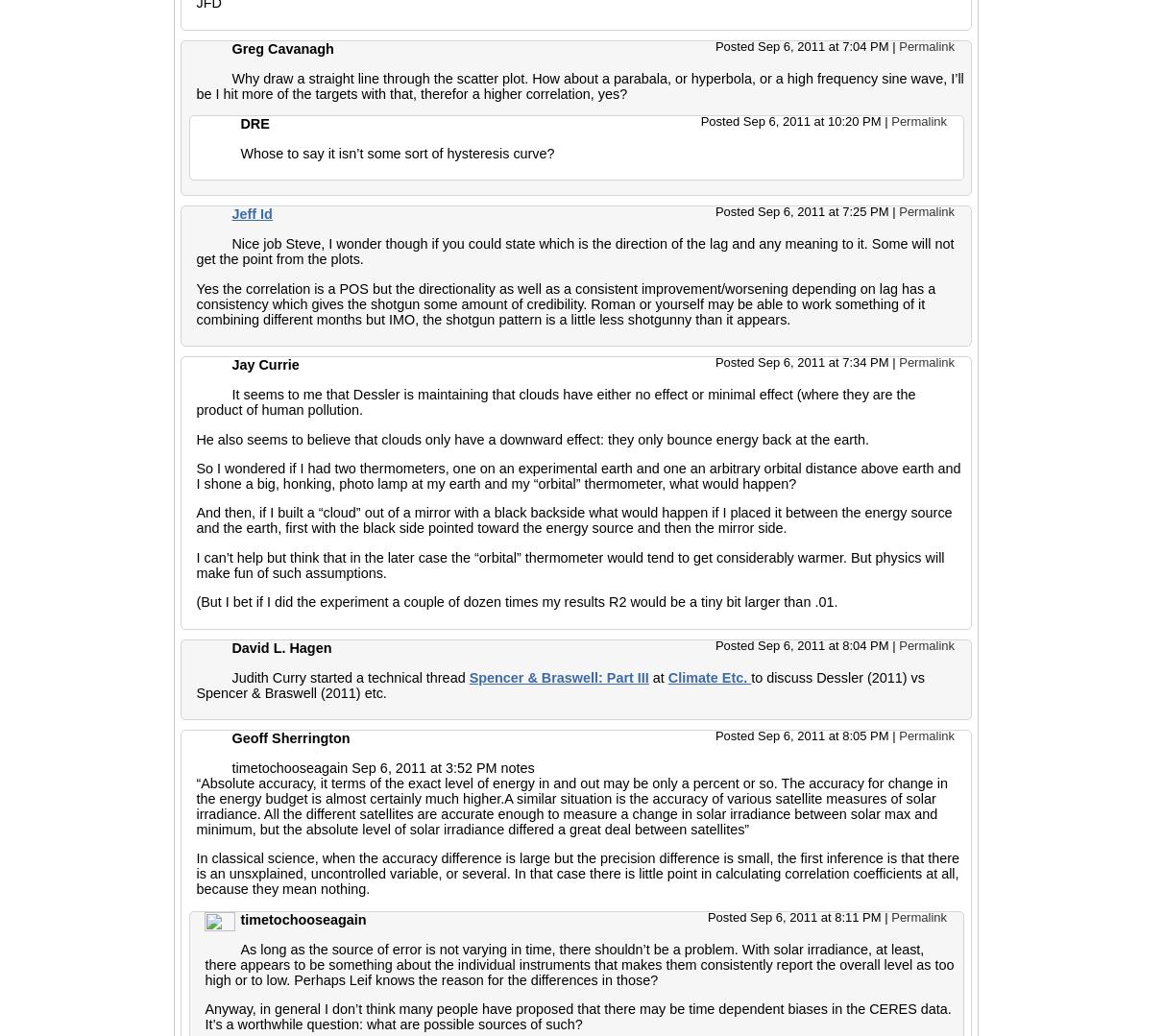 Image resolution: width=1164 pixels, height=1036 pixels. Describe the element at coordinates (282, 46) in the screenshot. I see `'Greg Cavanagh'` at that location.